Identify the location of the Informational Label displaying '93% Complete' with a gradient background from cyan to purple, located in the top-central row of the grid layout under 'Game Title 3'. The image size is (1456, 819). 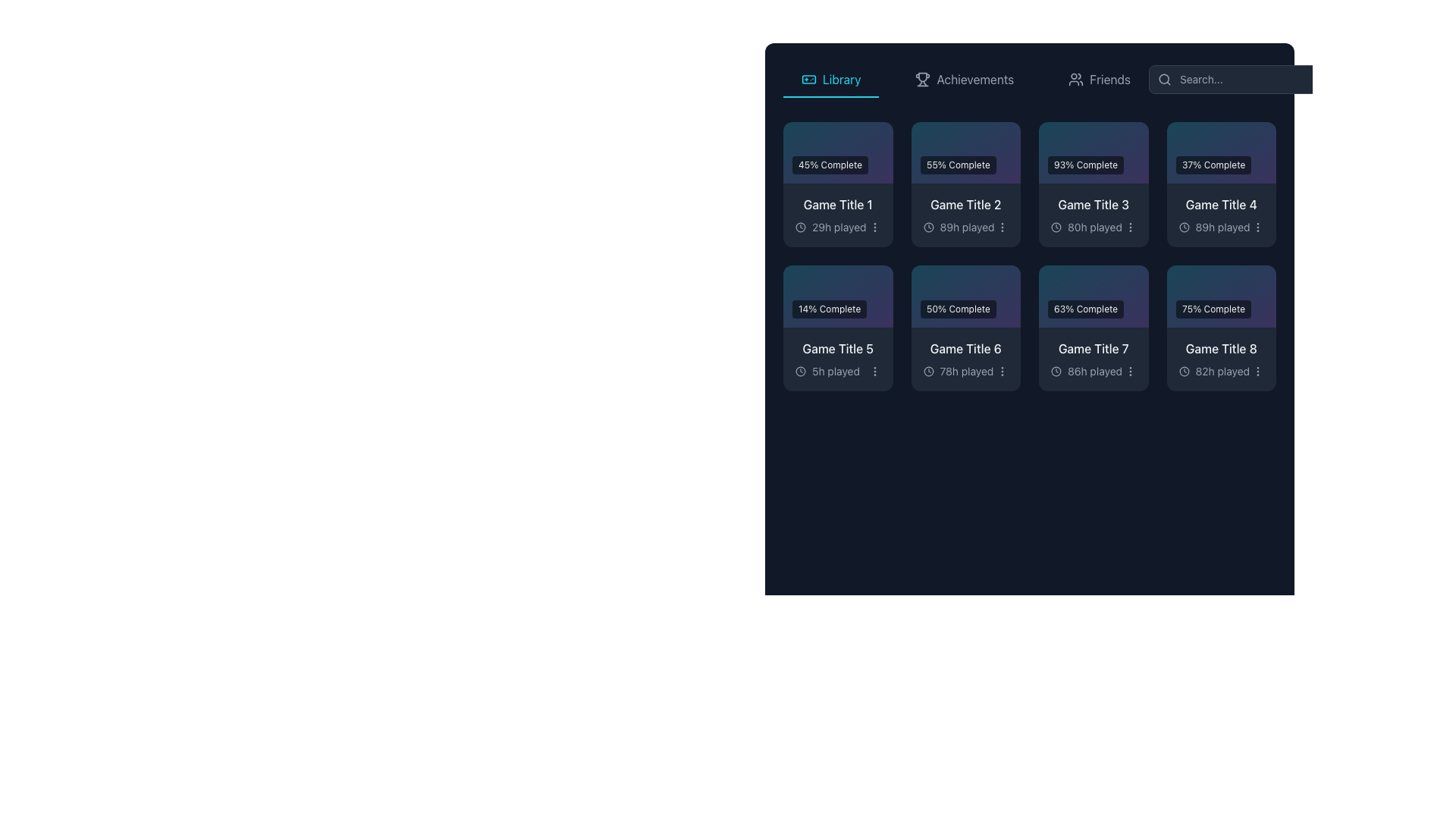
(1094, 152).